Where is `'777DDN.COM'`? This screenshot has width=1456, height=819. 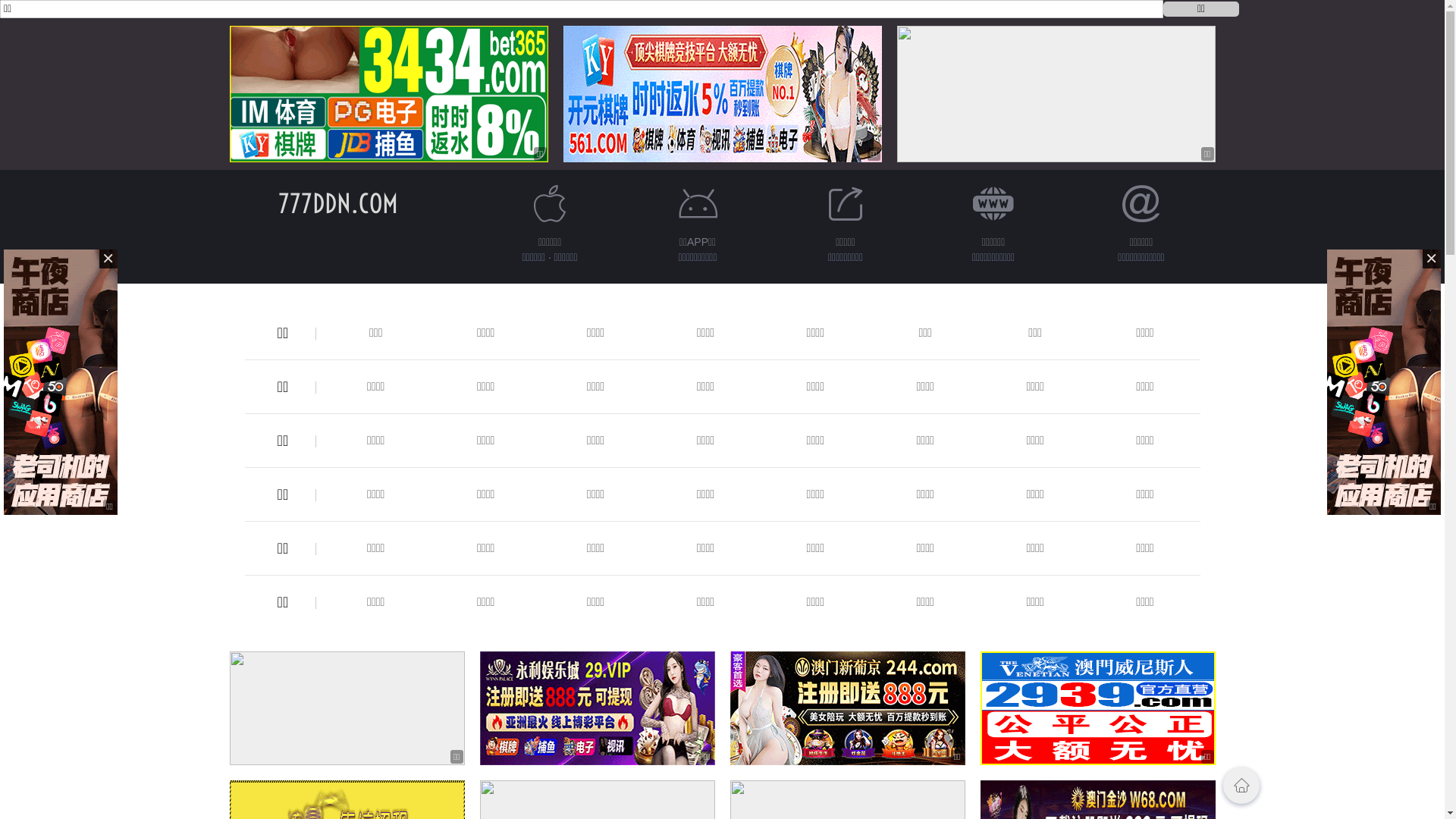
'777DDN.COM' is located at coordinates (337, 202).